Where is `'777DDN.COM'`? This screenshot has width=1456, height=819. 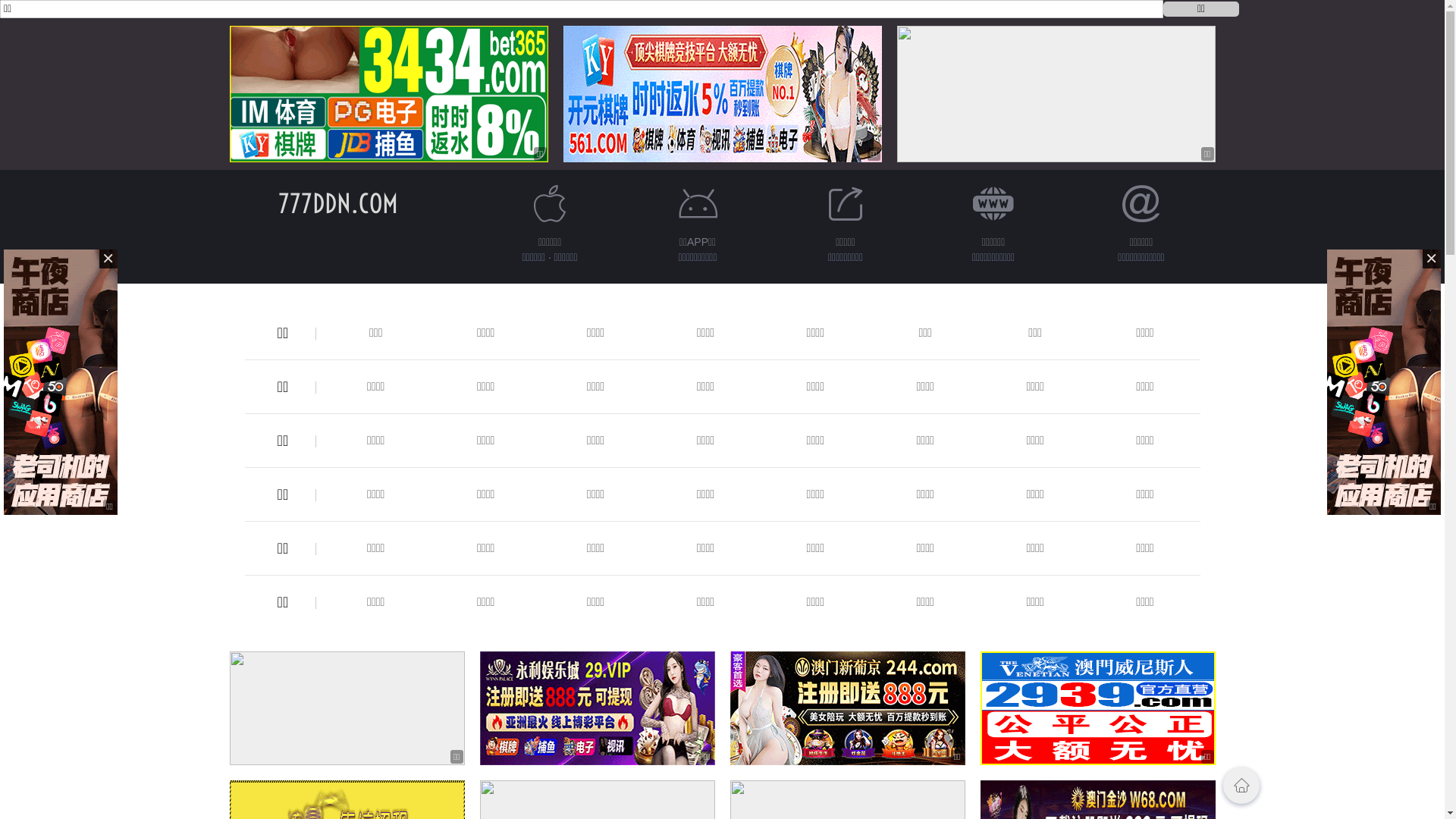
'777DDN.COM' is located at coordinates (337, 202).